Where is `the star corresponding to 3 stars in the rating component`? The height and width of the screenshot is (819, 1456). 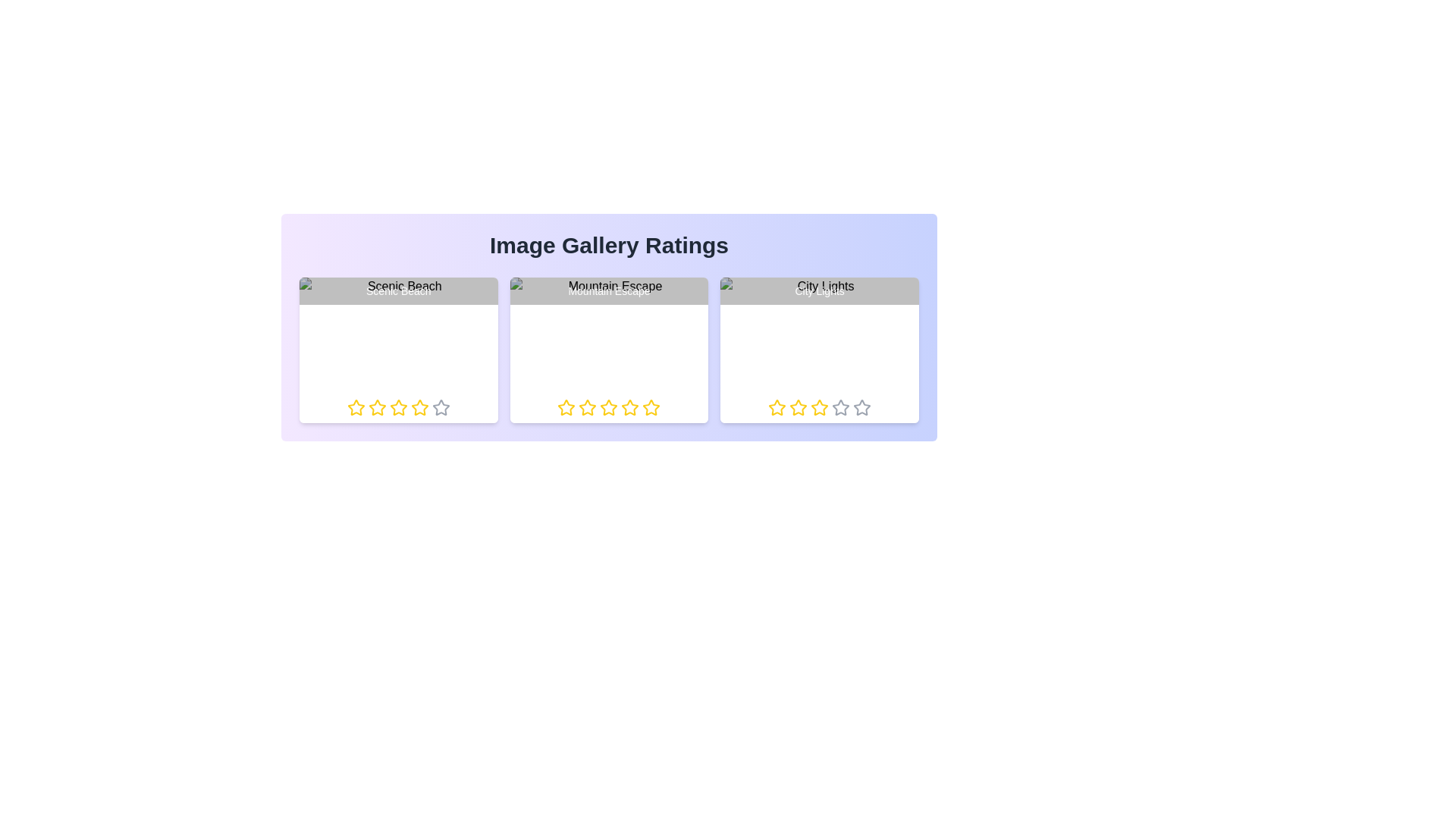
the star corresponding to 3 stars in the rating component is located at coordinates (398, 406).